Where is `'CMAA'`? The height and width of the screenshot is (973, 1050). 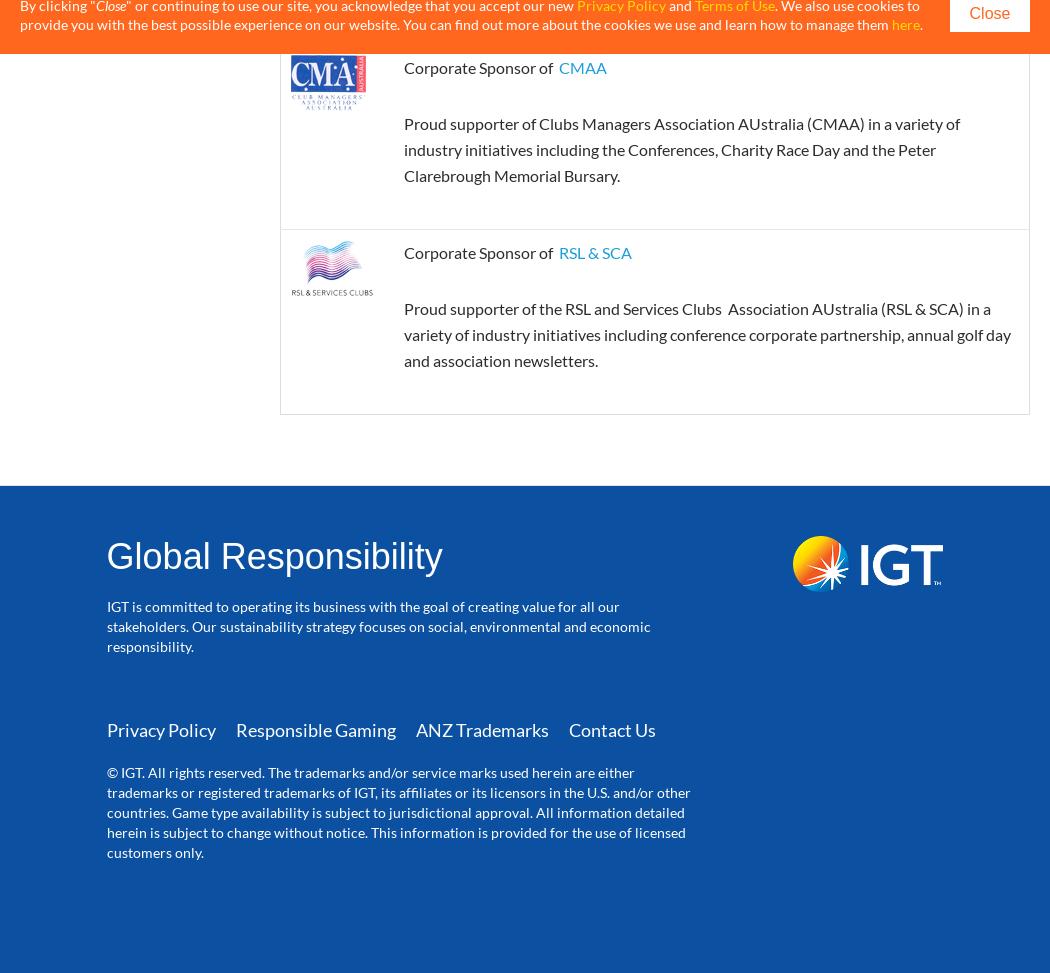
'CMAA' is located at coordinates (581, 66).